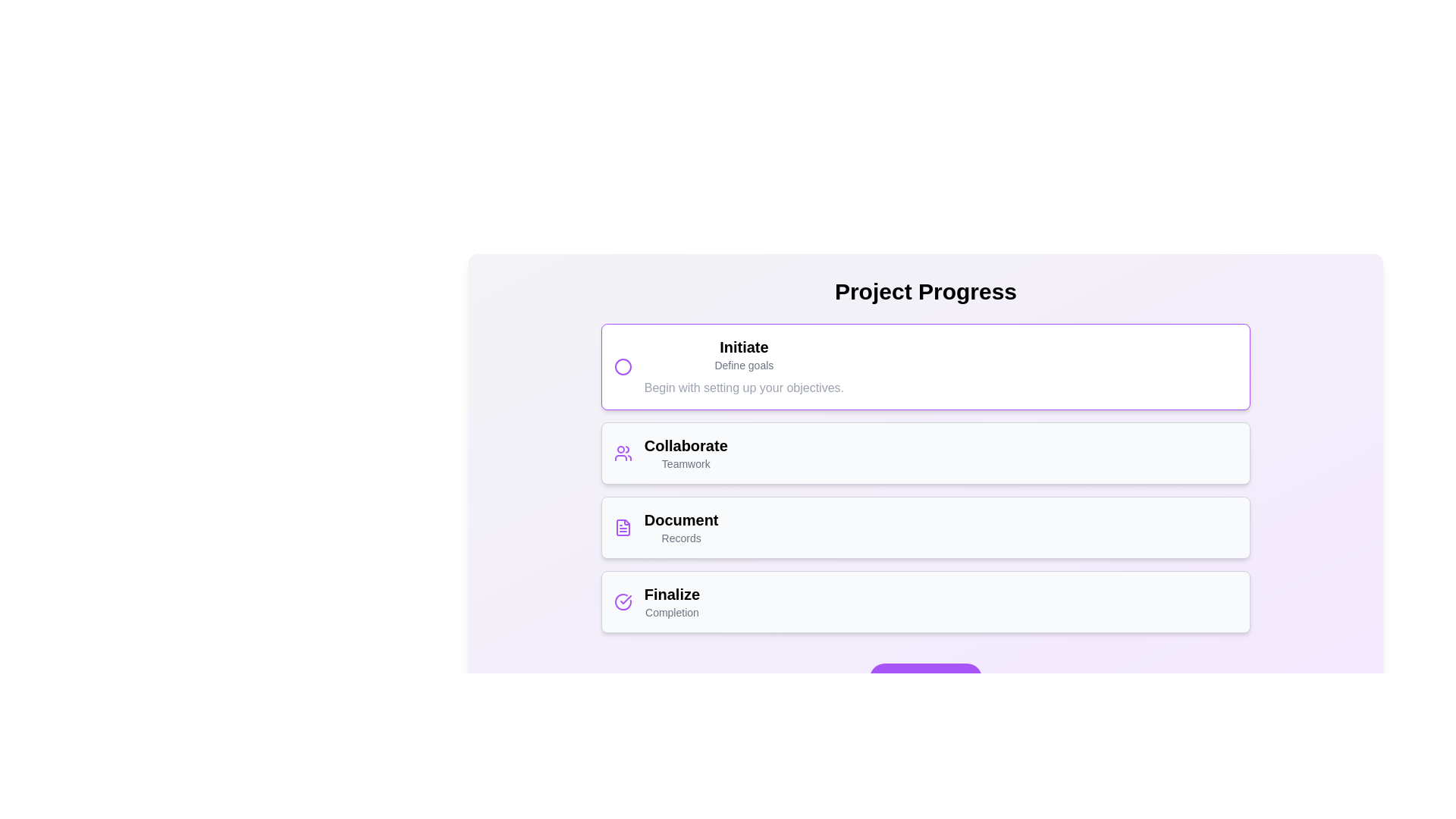  What do you see at coordinates (671, 593) in the screenshot?
I see `the heading label indicating the final stage of the process, located in the lower right section of the interface under the 'Document' section, above the 'Completion' label` at bounding box center [671, 593].